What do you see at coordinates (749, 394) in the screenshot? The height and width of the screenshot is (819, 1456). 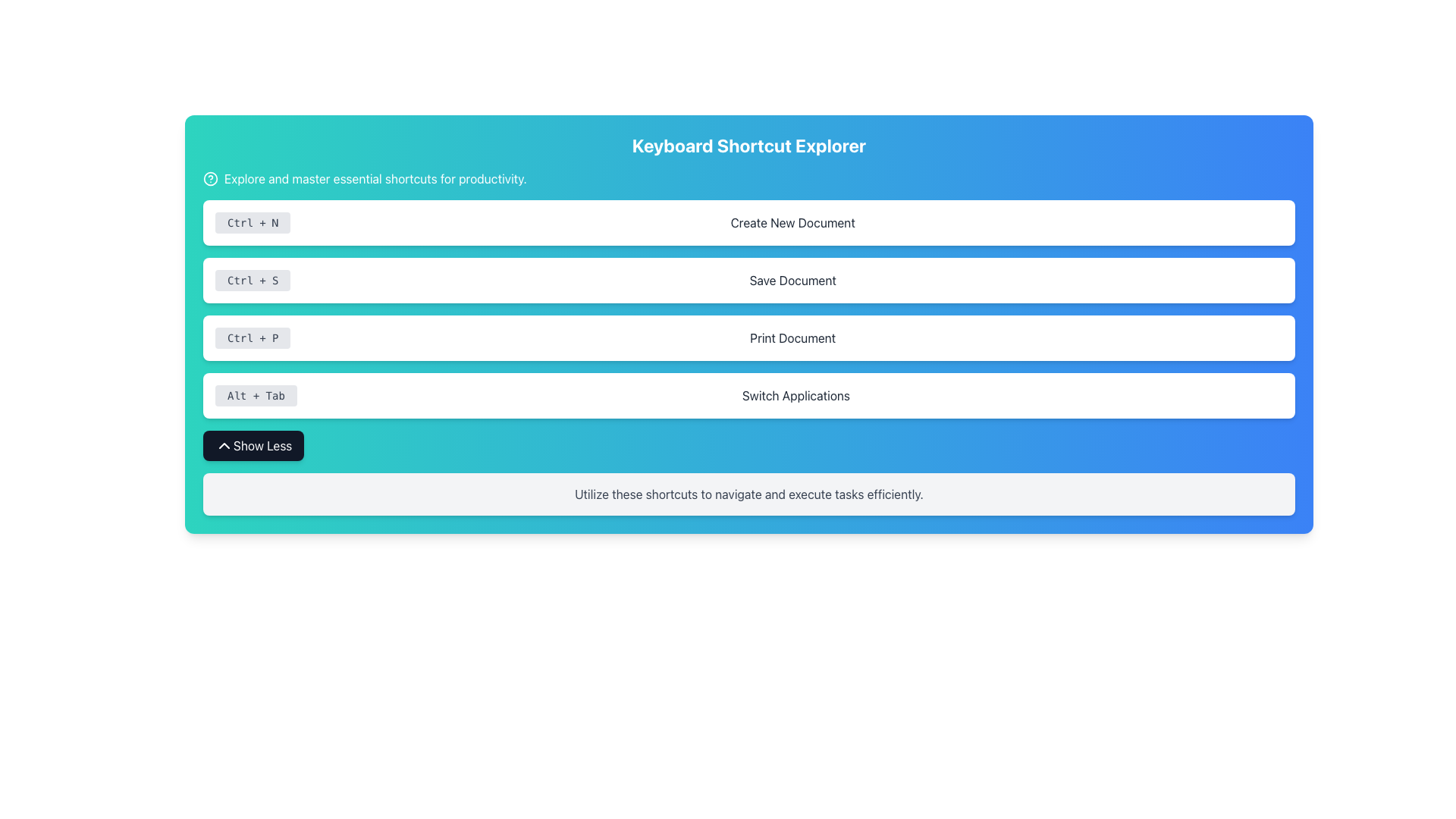 I see `the Informational block displaying 'Alt + Tab' and 'Switch Applications', which is the fourth item in the vertical list with a gray background and white rectangular shape` at bounding box center [749, 394].